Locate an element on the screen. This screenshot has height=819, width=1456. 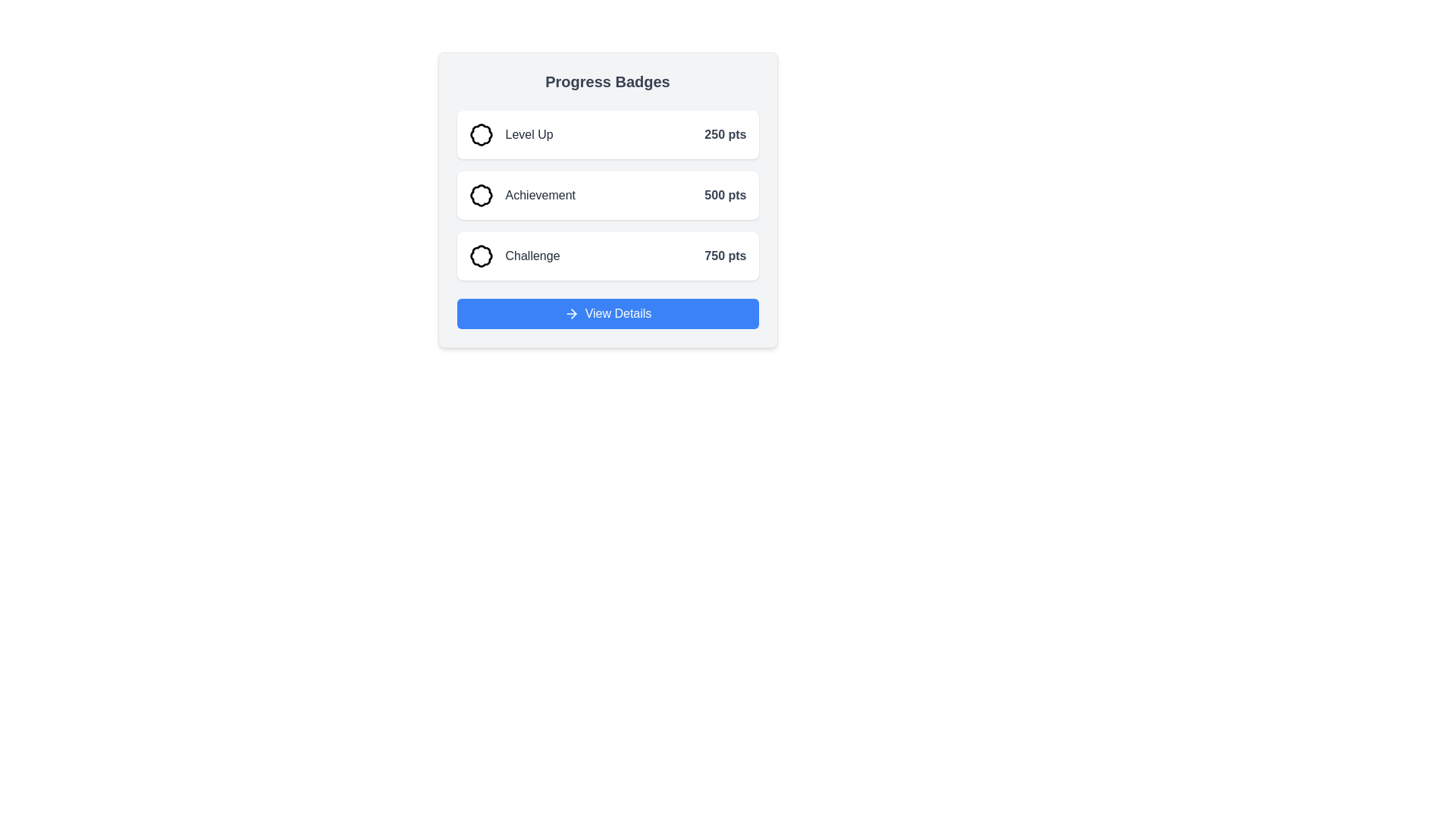
the second informational card displaying an achievement and its associated points, located between 'Level Up' and 'Challenge' in the vertical list is located at coordinates (607, 195).